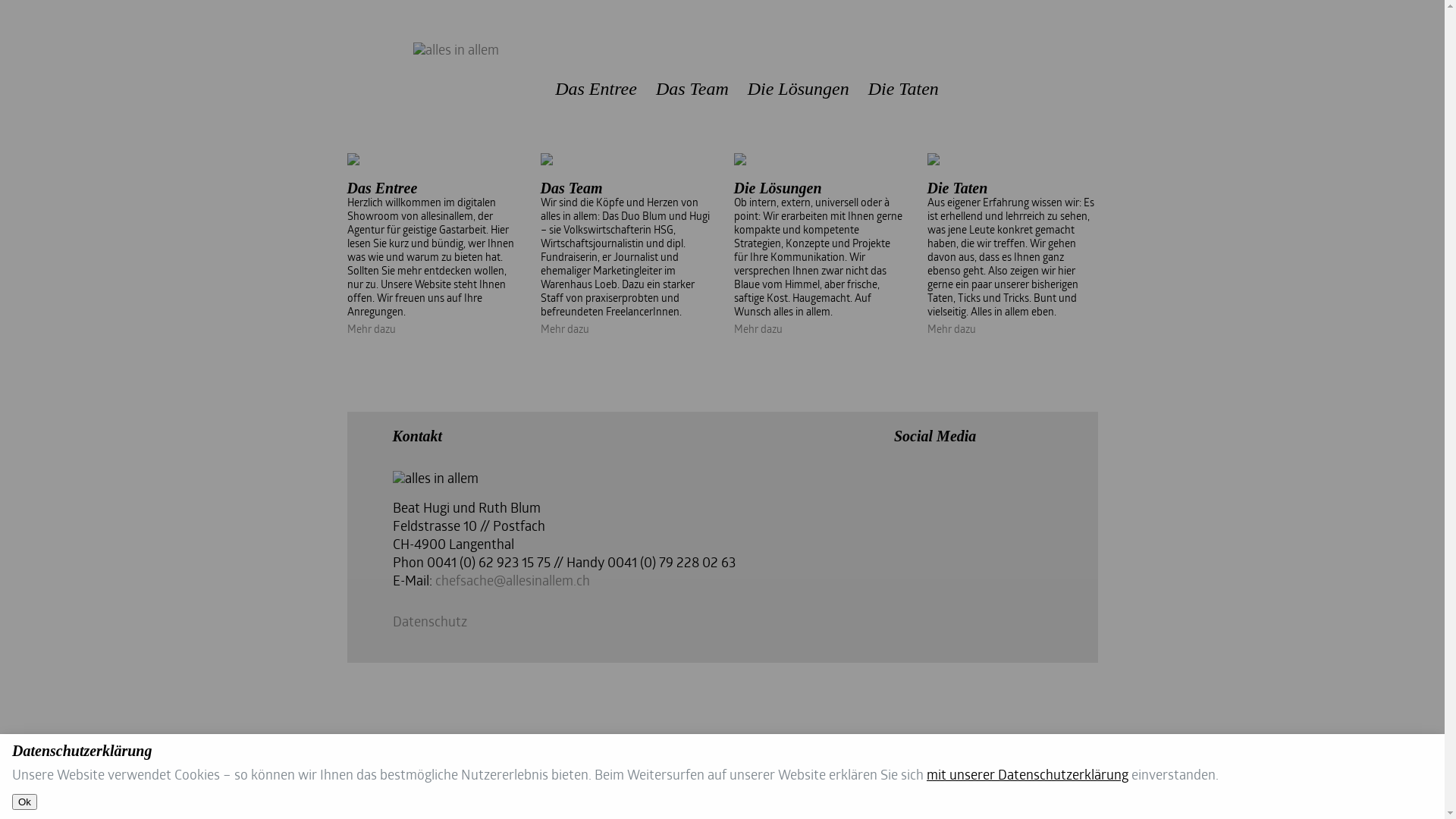 This screenshot has width=1456, height=819. I want to click on 'Datenschutz', so click(393, 623).